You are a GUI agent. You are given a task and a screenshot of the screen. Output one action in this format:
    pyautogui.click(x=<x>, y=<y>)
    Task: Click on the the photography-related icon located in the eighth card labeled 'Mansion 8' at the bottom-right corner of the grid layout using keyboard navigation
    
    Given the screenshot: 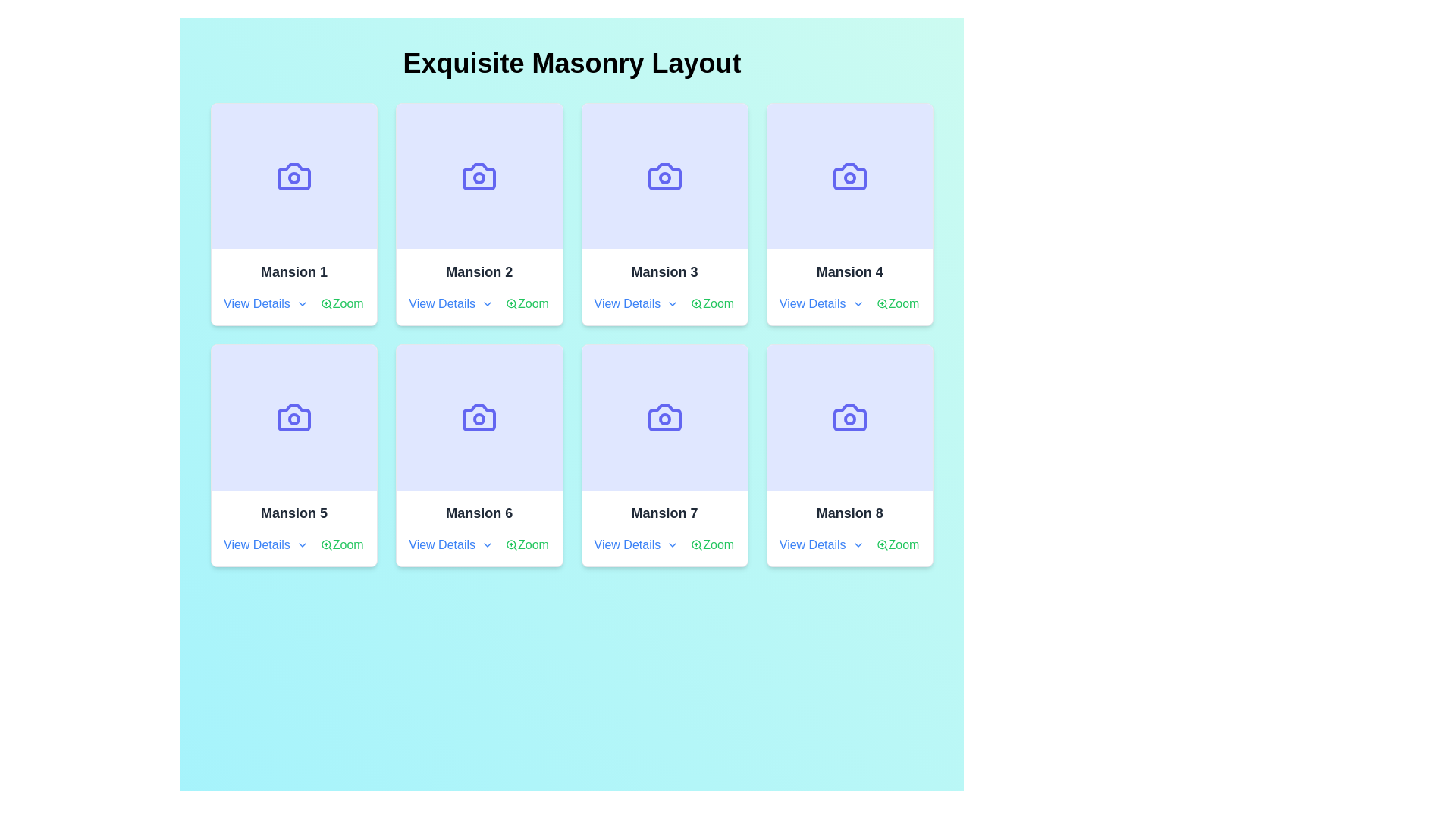 What is the action you would take?
    pyautogui.click(x=849, y=418)
    